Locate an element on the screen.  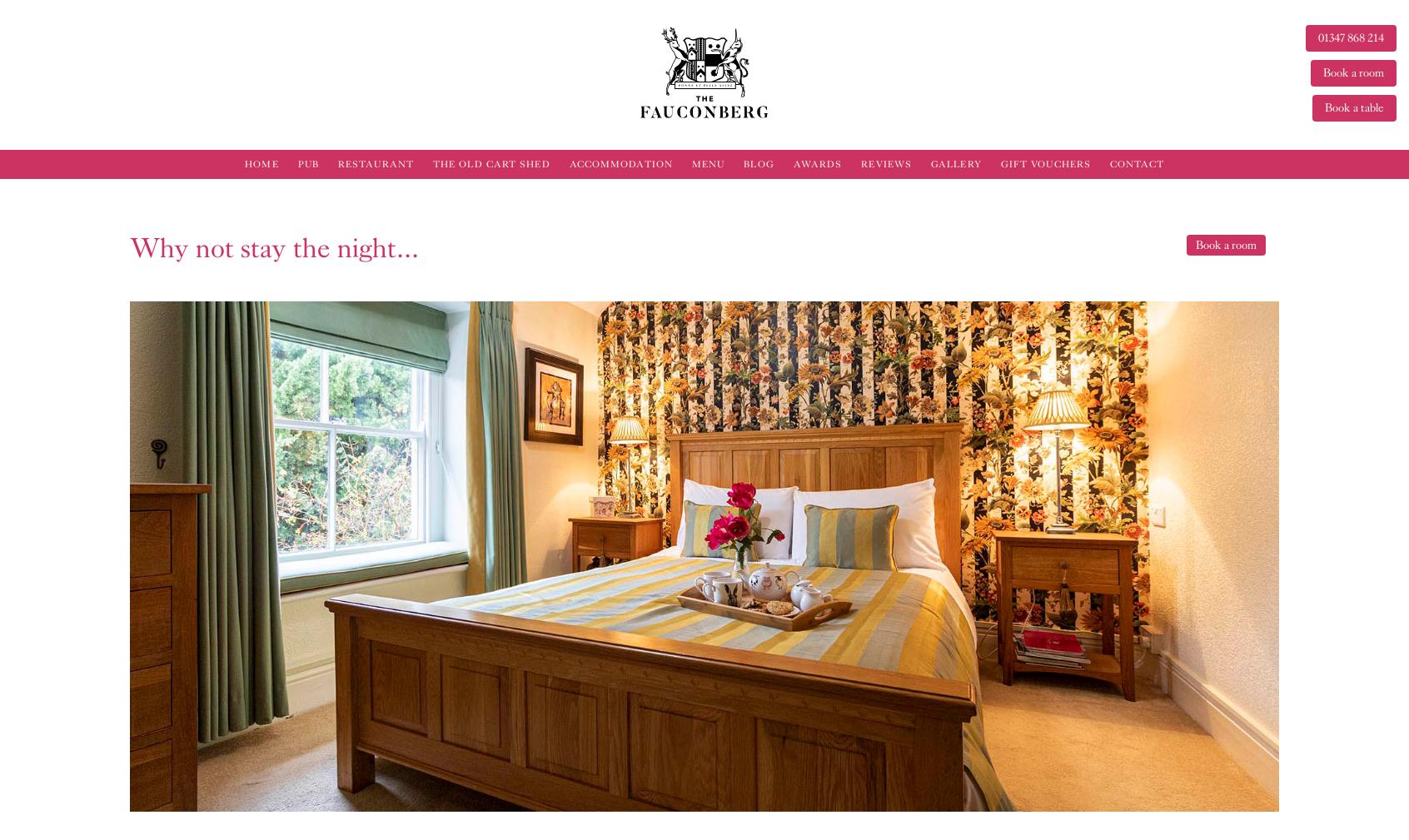
'Restaurant' is located at coordinates (337, 163).